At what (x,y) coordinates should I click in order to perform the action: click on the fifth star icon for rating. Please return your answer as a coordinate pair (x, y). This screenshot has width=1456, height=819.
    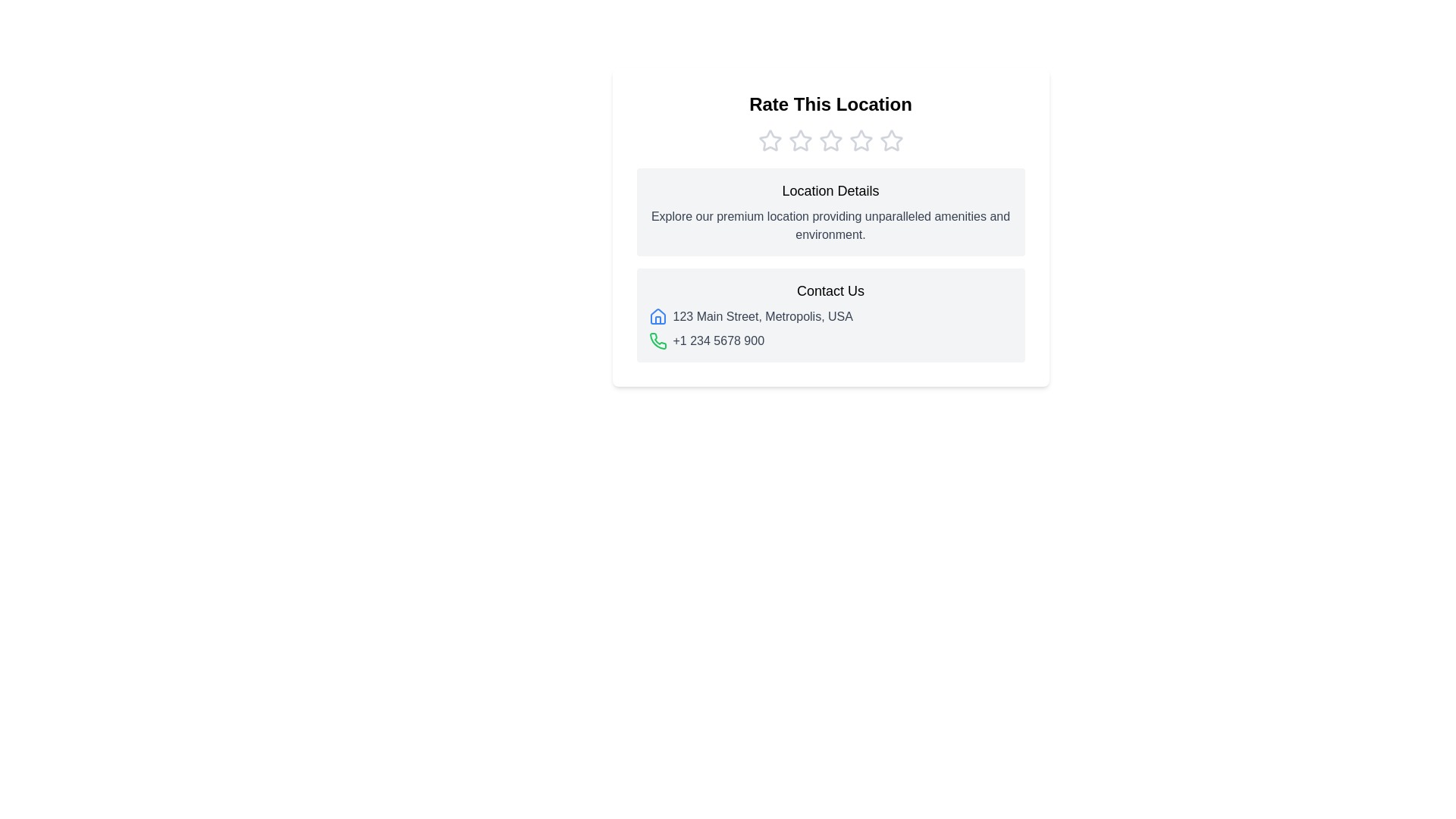
    Looking at the image, I should click on (891, 140).